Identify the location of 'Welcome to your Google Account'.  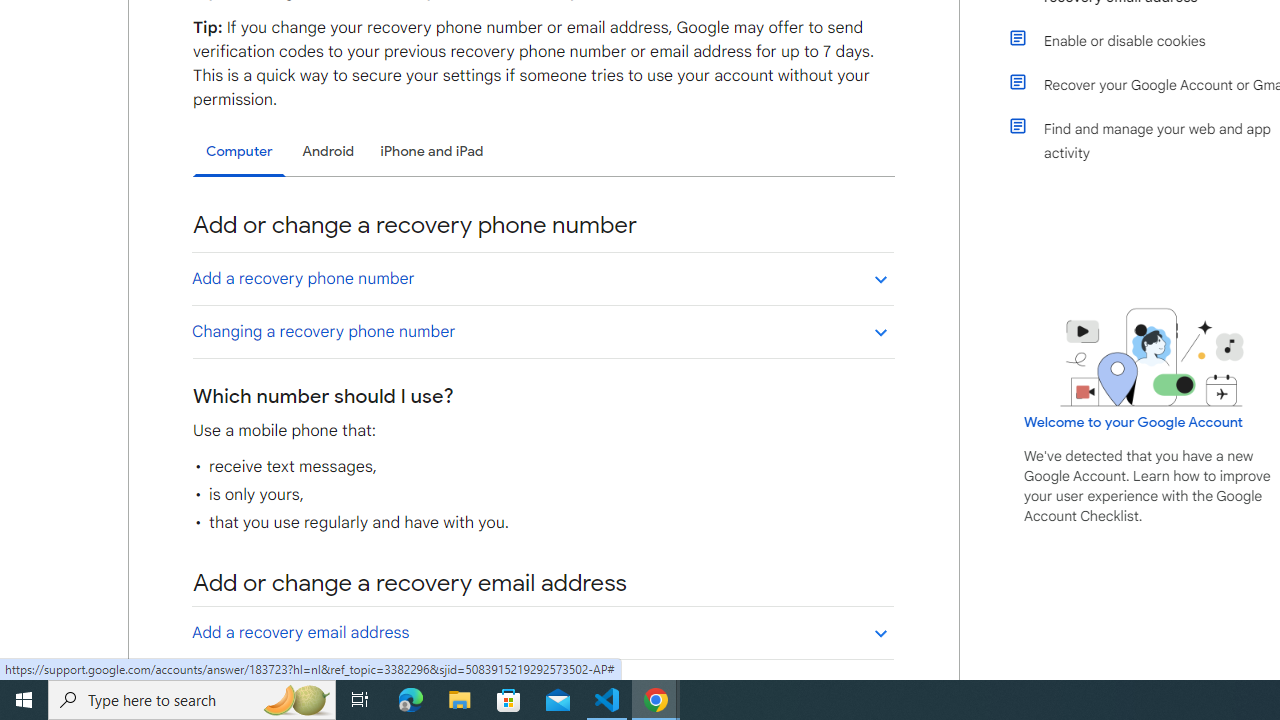
(1134, 421).